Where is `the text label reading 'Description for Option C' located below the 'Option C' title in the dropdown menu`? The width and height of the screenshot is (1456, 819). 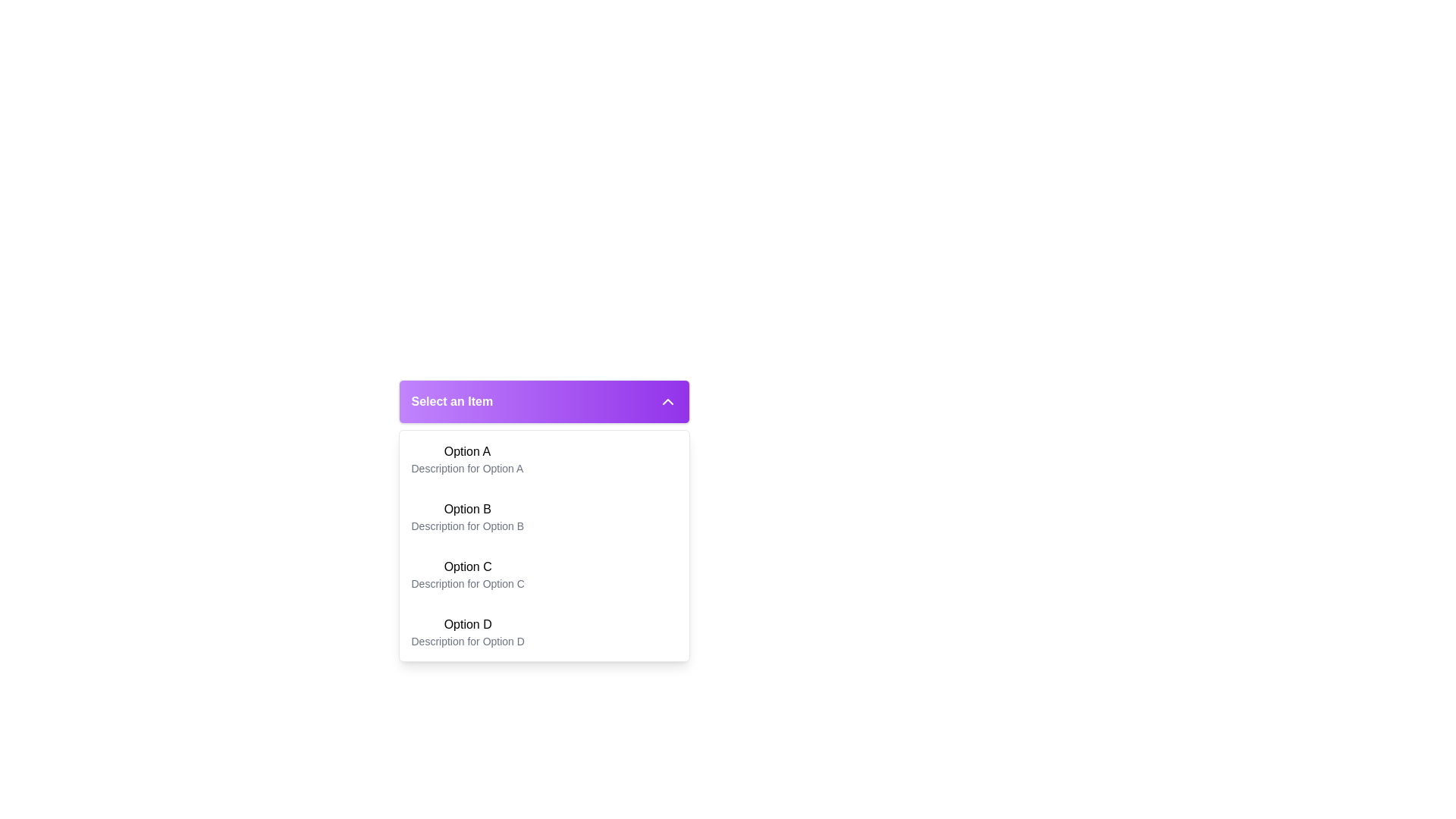
the text label reading 'Description for Option C' located below the 'Option C' title in the dropdown menu is located at coordinates (467, 583).